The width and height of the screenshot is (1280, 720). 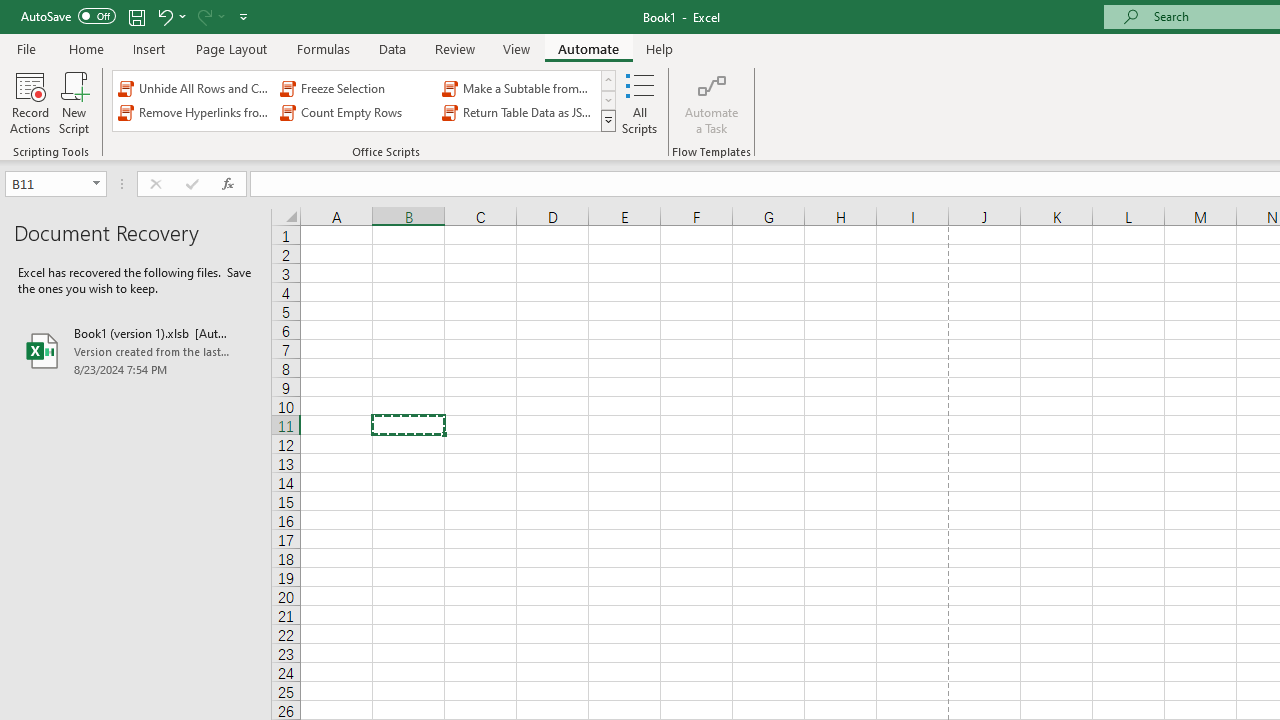 What do you see at coordinates (30, 103) in the screenshot?
I see `'Record Actions'` at bounding box center [30, 103].